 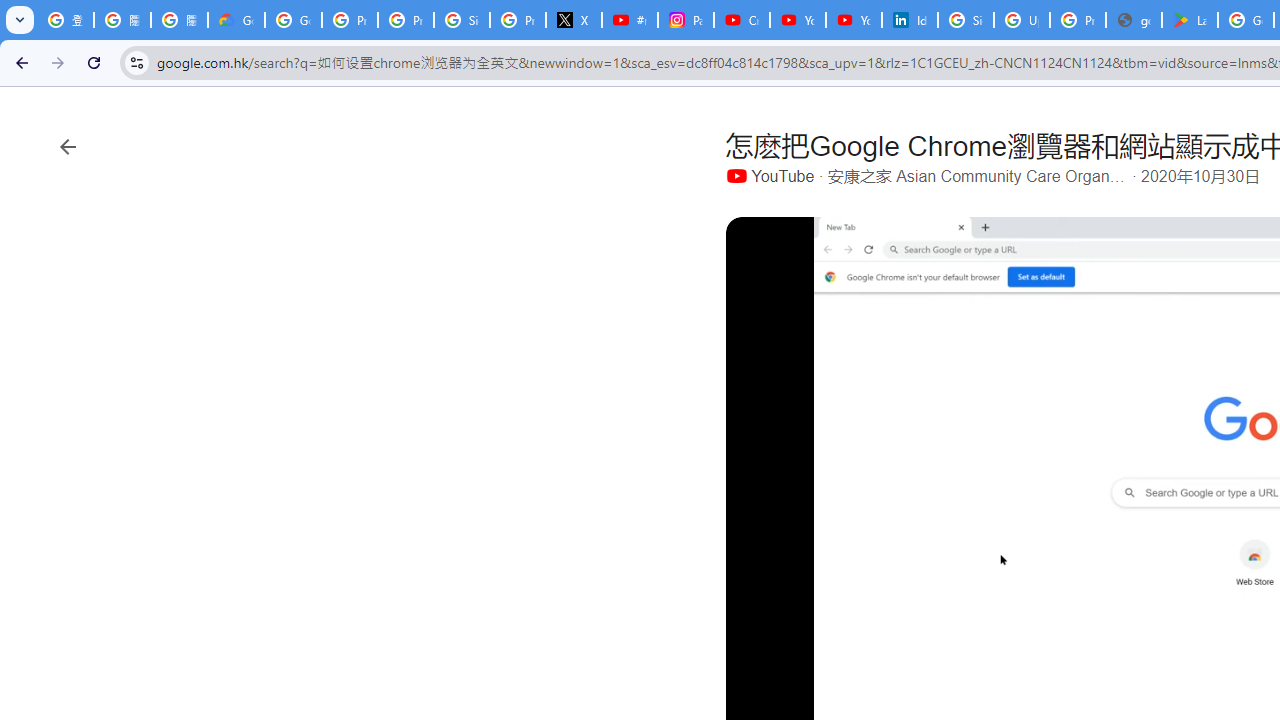 I want to click on '#nbabasketballhighlights - YouTube', so click(x=628, y=20).